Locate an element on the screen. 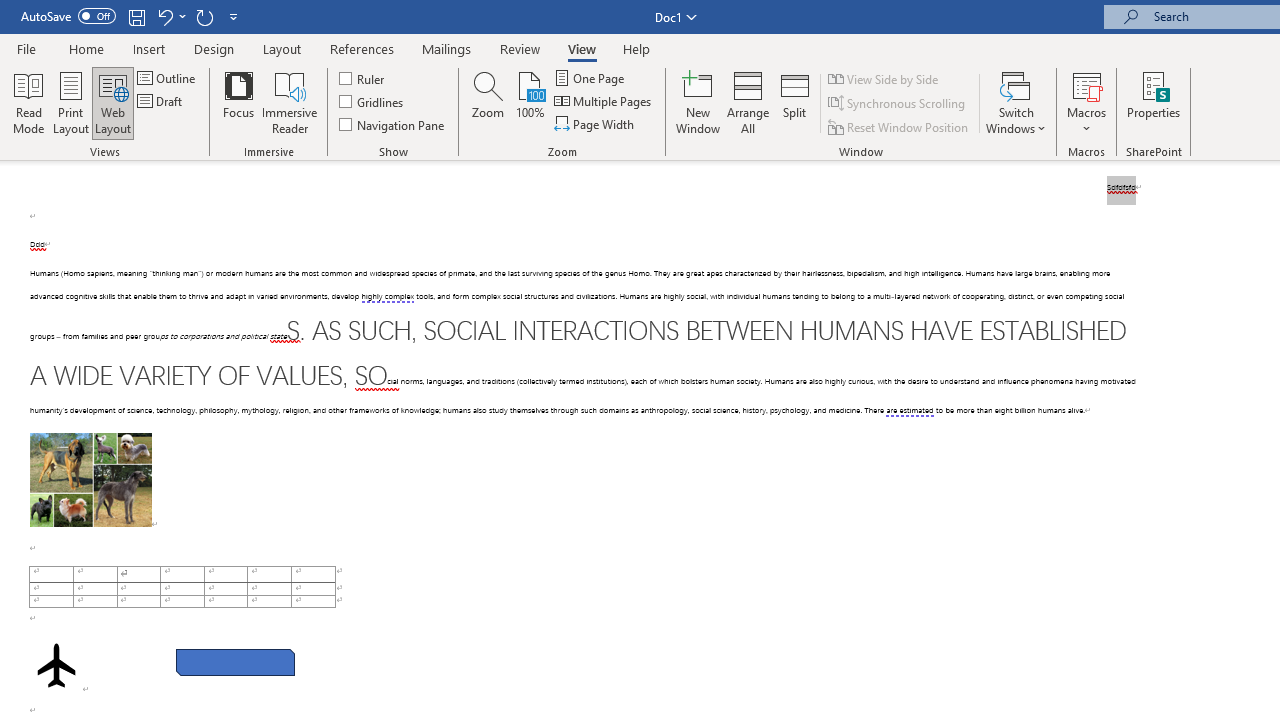 The height and width of the screenshot is (720, 1280). 'New Window' is located at coordinates (698, 103).